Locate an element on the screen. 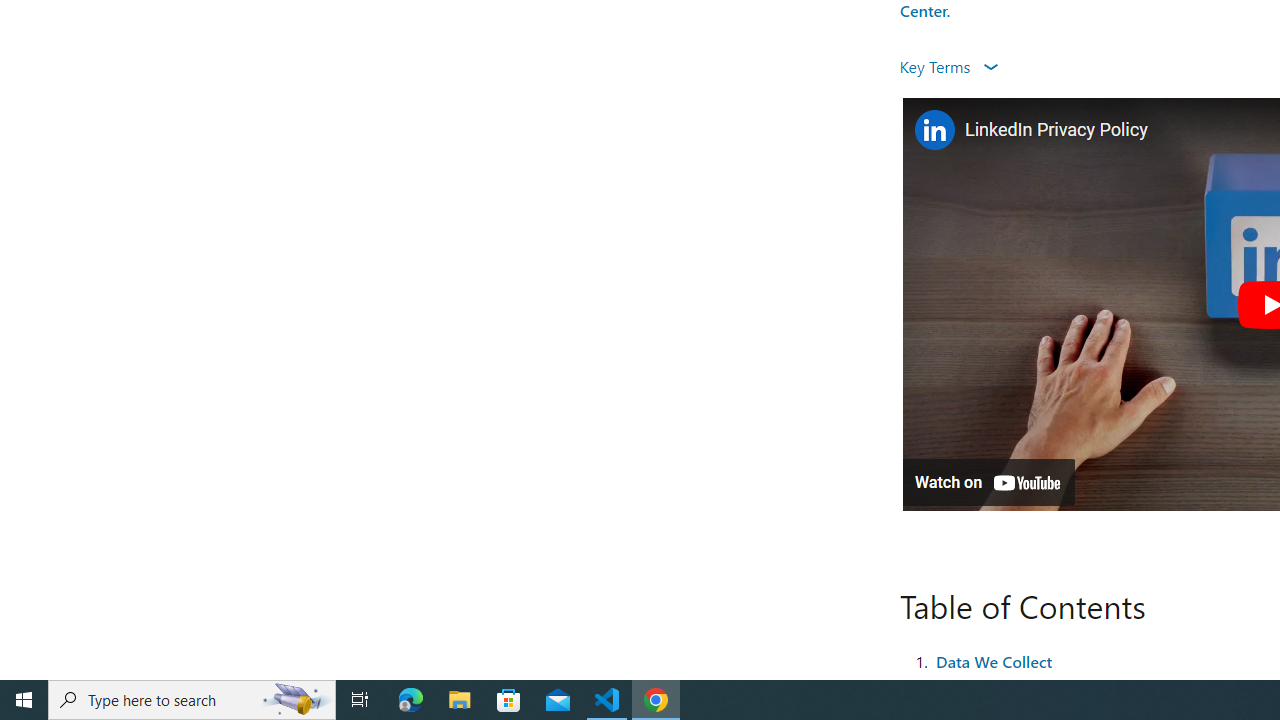  'Key Terms ' is located at coordinates (947, 65).